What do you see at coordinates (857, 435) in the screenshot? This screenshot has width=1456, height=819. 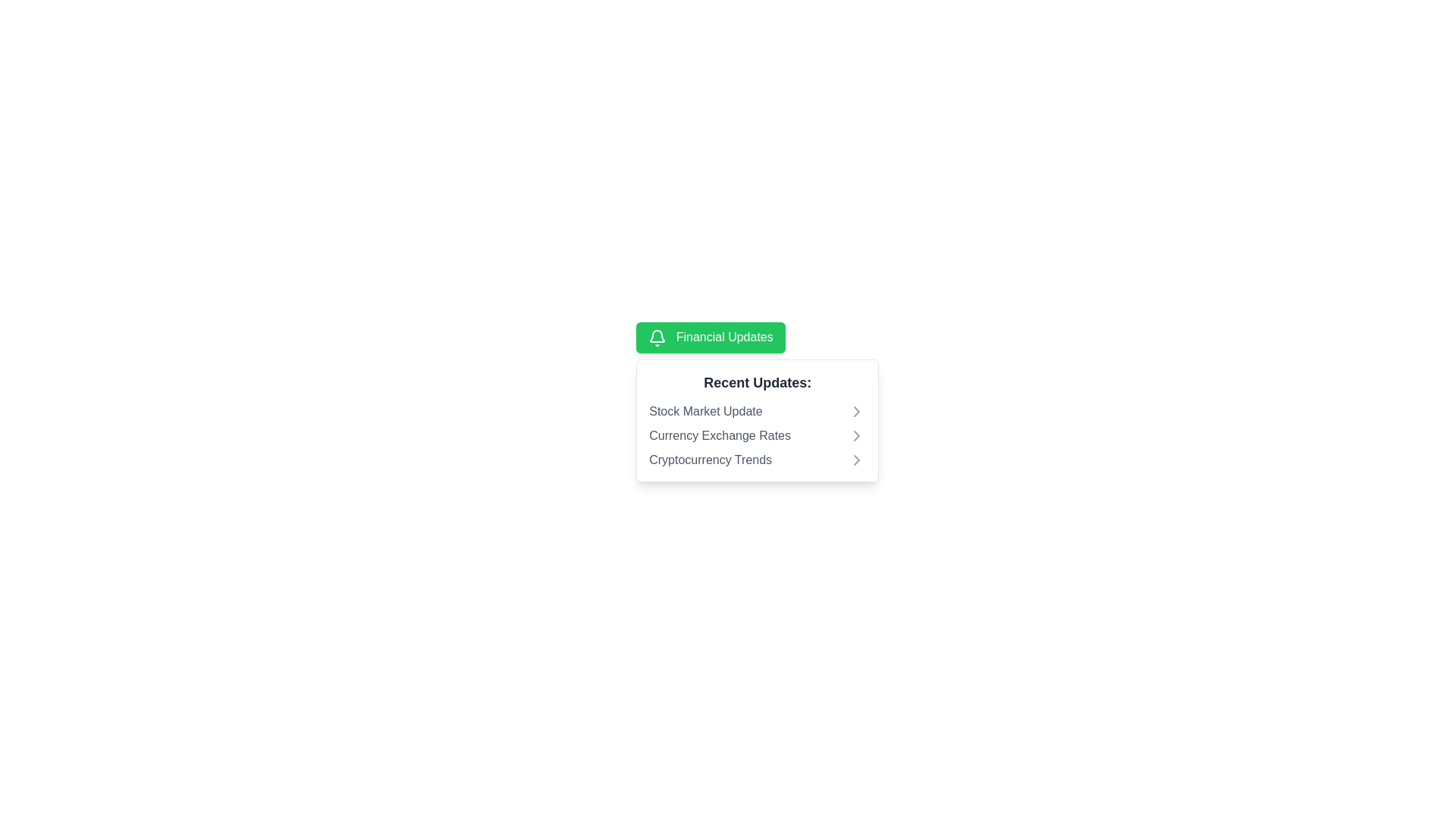 I see `the third icon on the far right of the 'Currency Exchange Rates' row, which indicates that this row is actionable and likely opens a detailed view or navigation` at bounding box center [857, 435].